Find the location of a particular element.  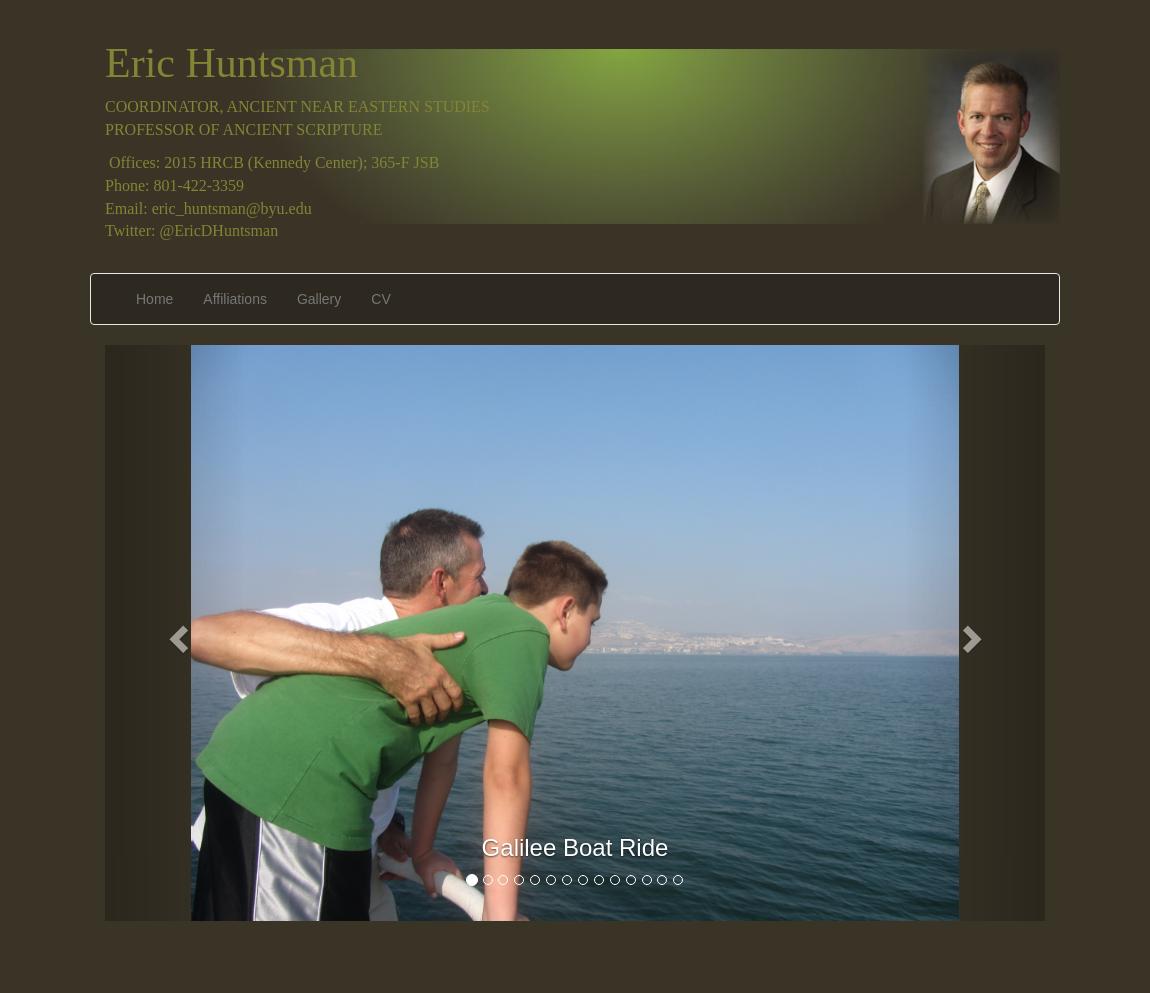

'Offices: 2015 HRCB (Kennedy Center); 365-F JSB' is located at coordinates (270, 160).